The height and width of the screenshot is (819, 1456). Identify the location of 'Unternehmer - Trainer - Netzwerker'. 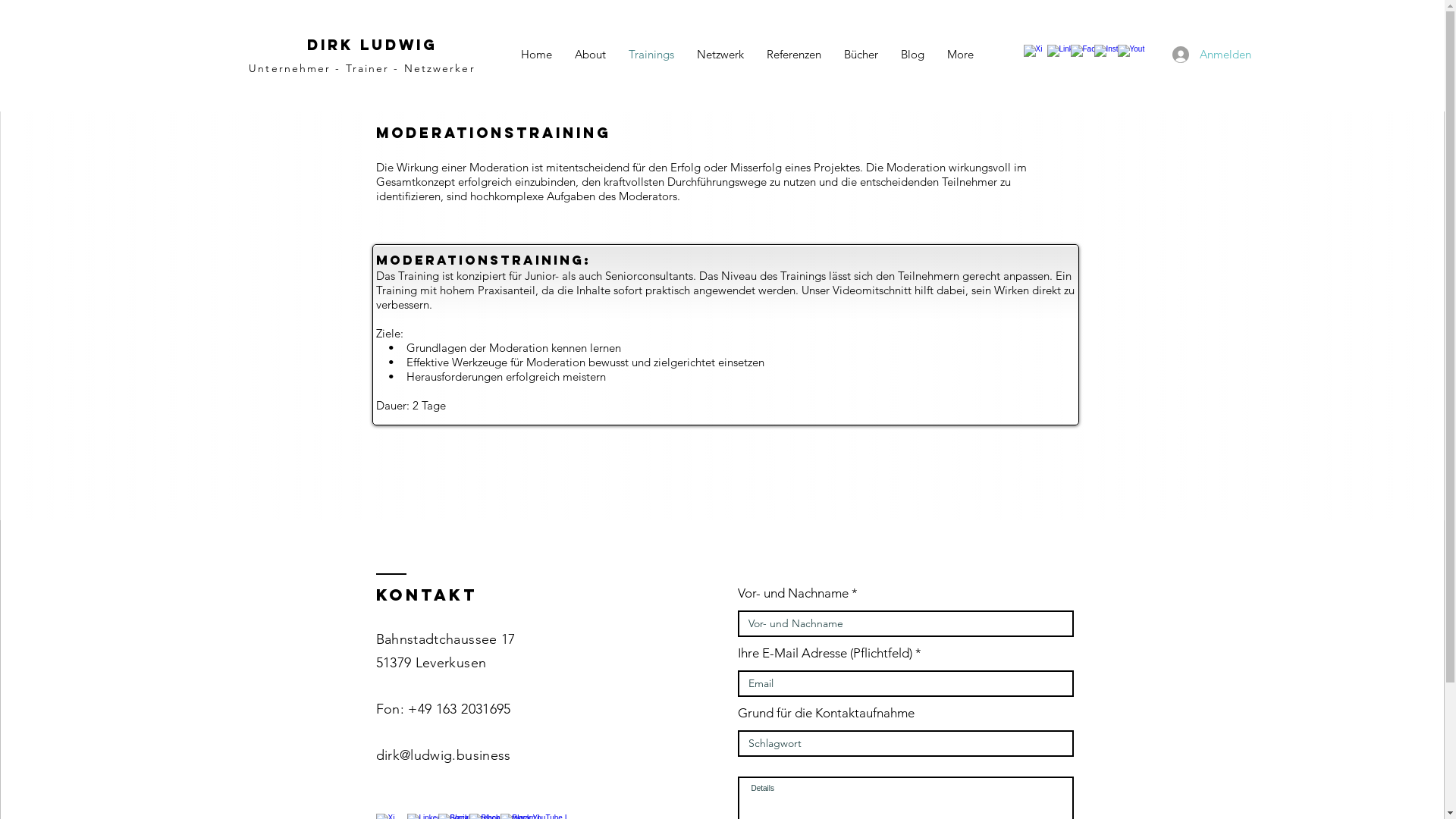
(360, 67).